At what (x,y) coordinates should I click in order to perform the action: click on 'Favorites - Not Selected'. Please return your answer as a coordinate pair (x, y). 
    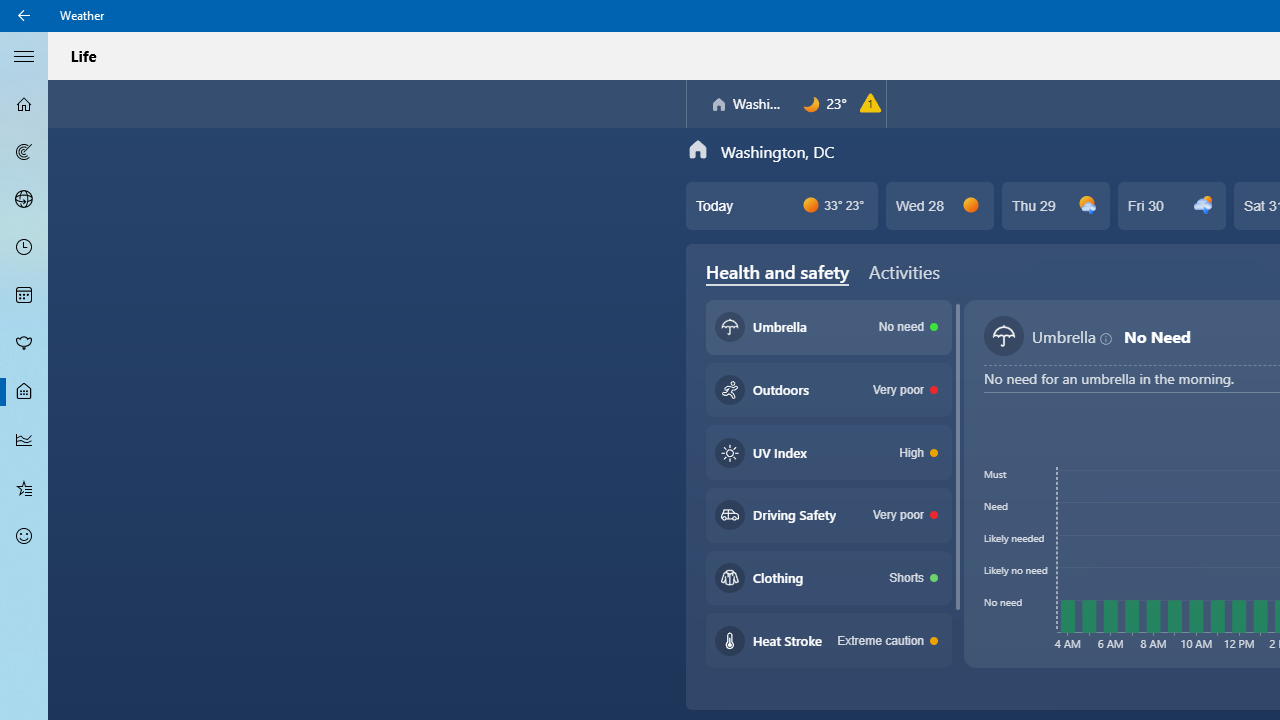
    Looking at the image, I should click on (24, 487).